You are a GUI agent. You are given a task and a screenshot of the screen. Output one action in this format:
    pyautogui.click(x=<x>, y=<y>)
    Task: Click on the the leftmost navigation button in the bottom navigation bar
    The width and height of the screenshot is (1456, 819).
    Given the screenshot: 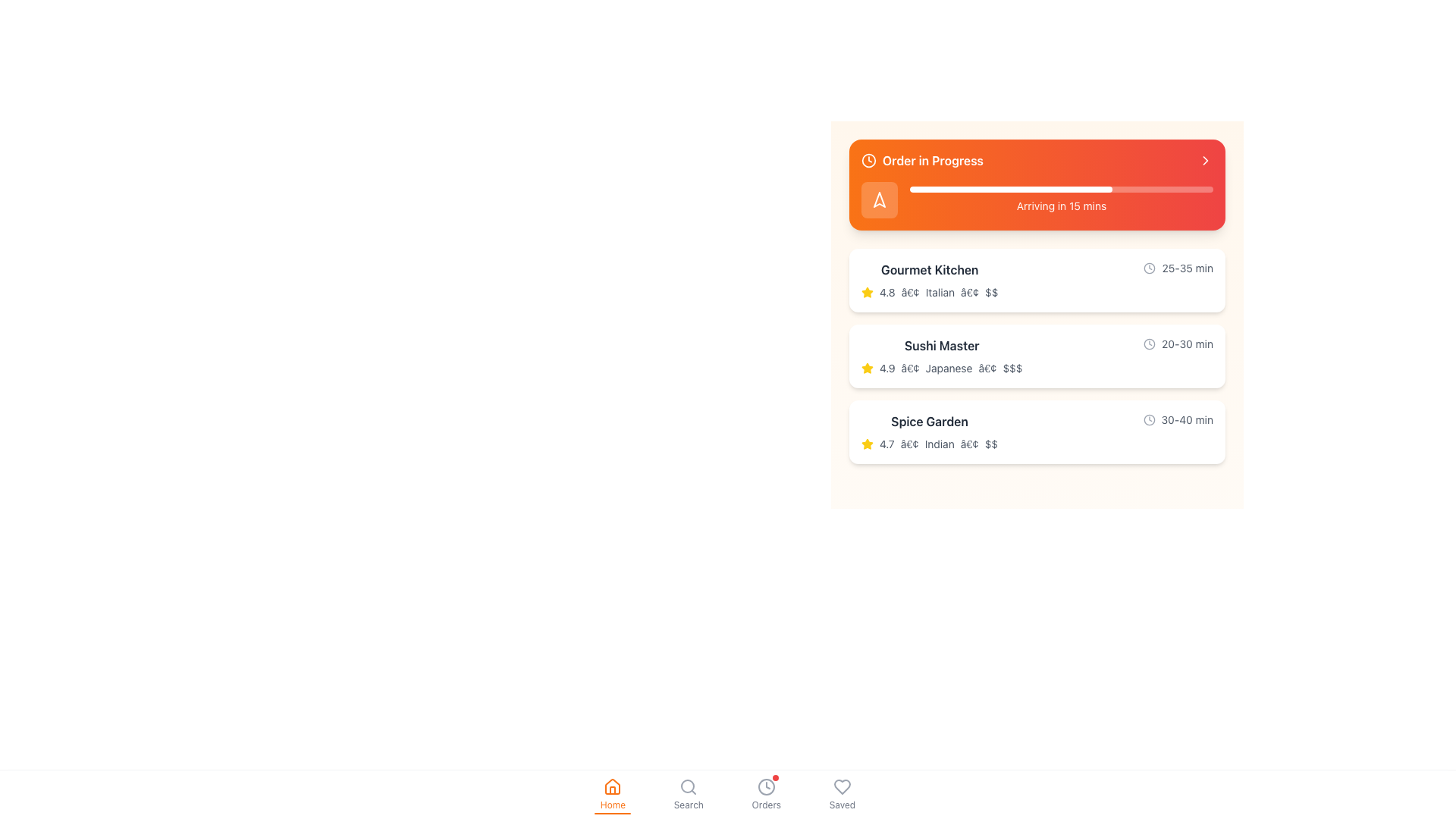 What is the action you would take?
    pyautogui.click(x=613, y=794)
    